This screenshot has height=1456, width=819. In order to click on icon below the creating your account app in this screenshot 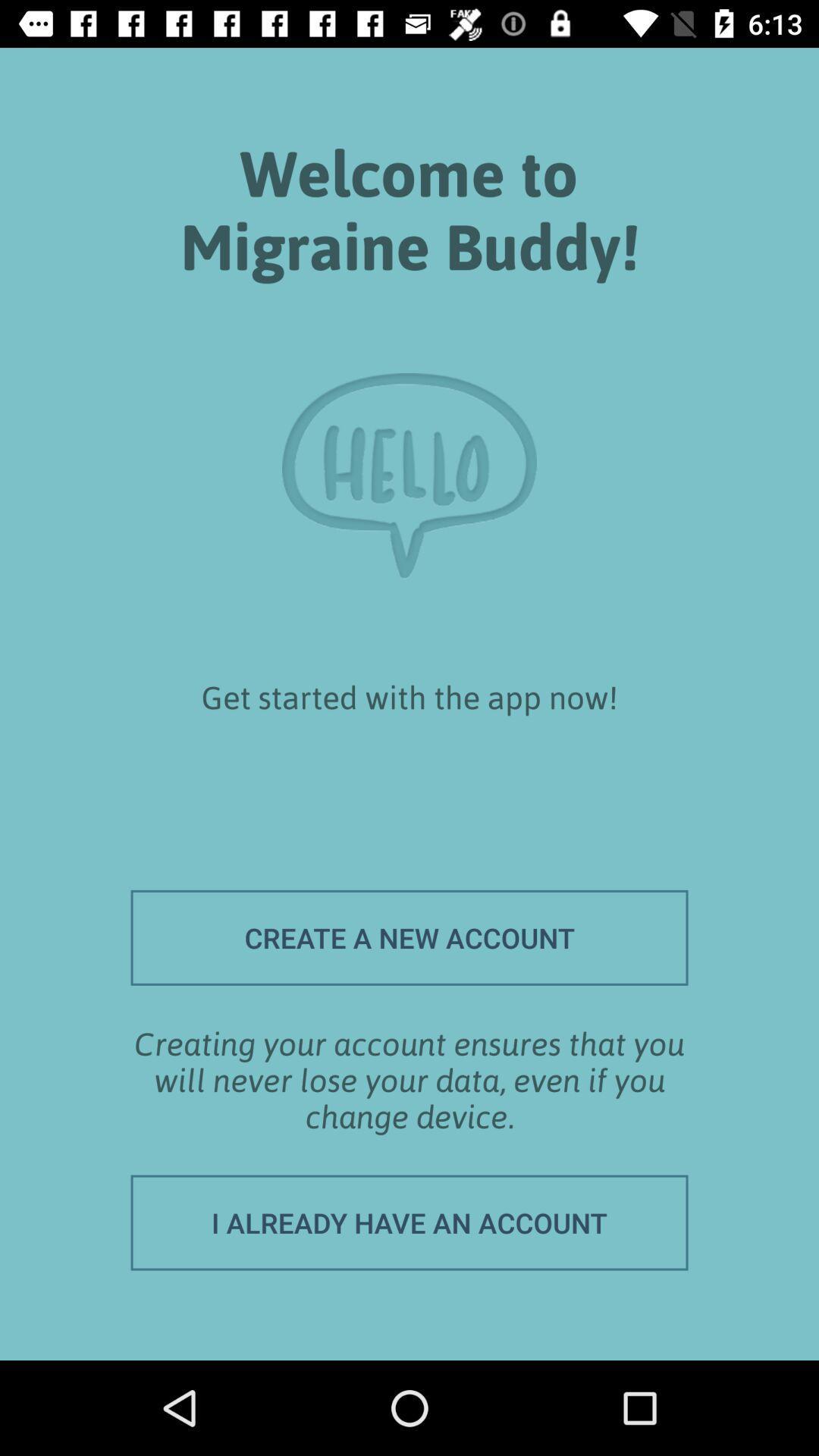, I will do `click(409, 1222)`.